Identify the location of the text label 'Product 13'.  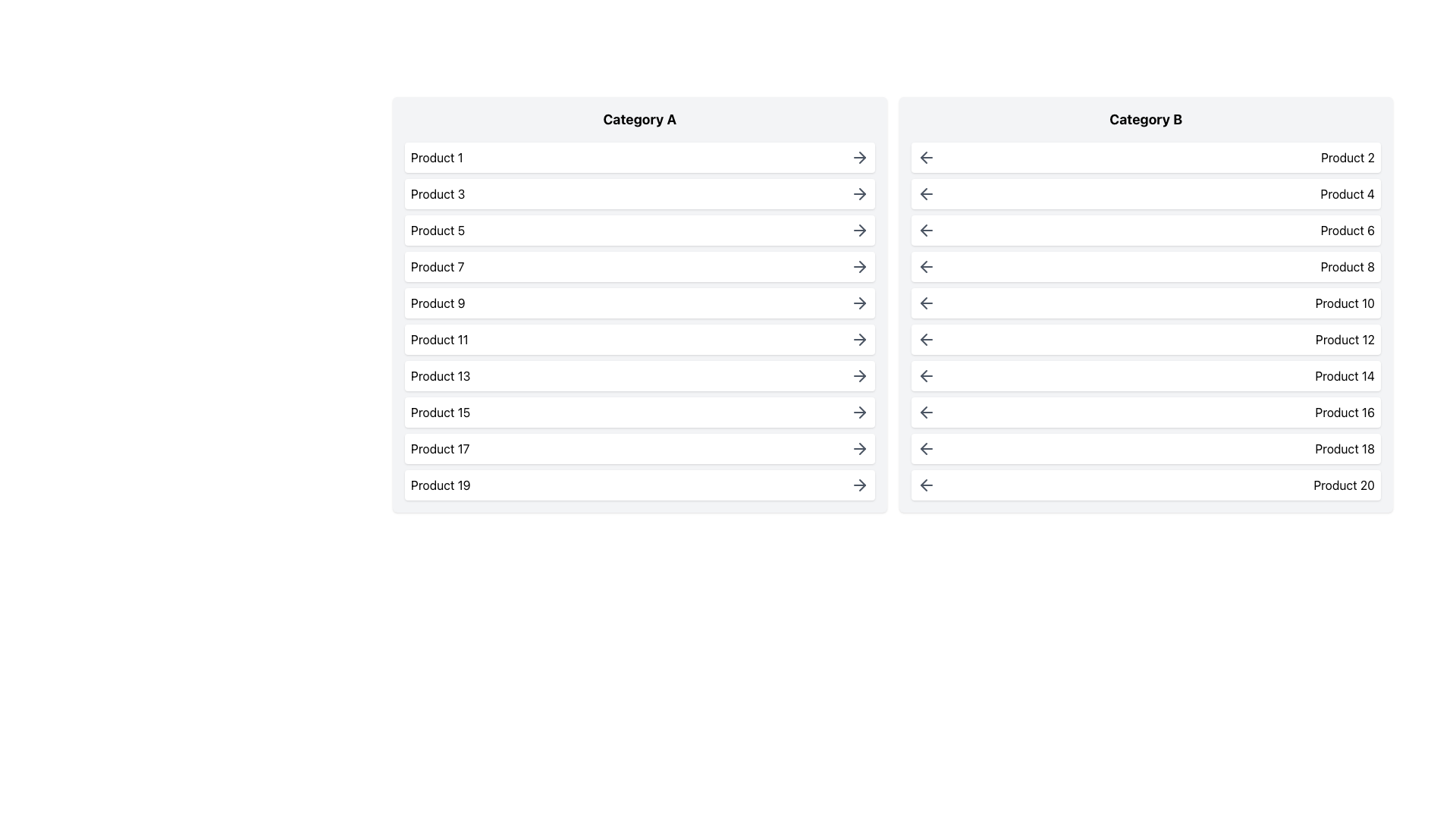
(440, 375).